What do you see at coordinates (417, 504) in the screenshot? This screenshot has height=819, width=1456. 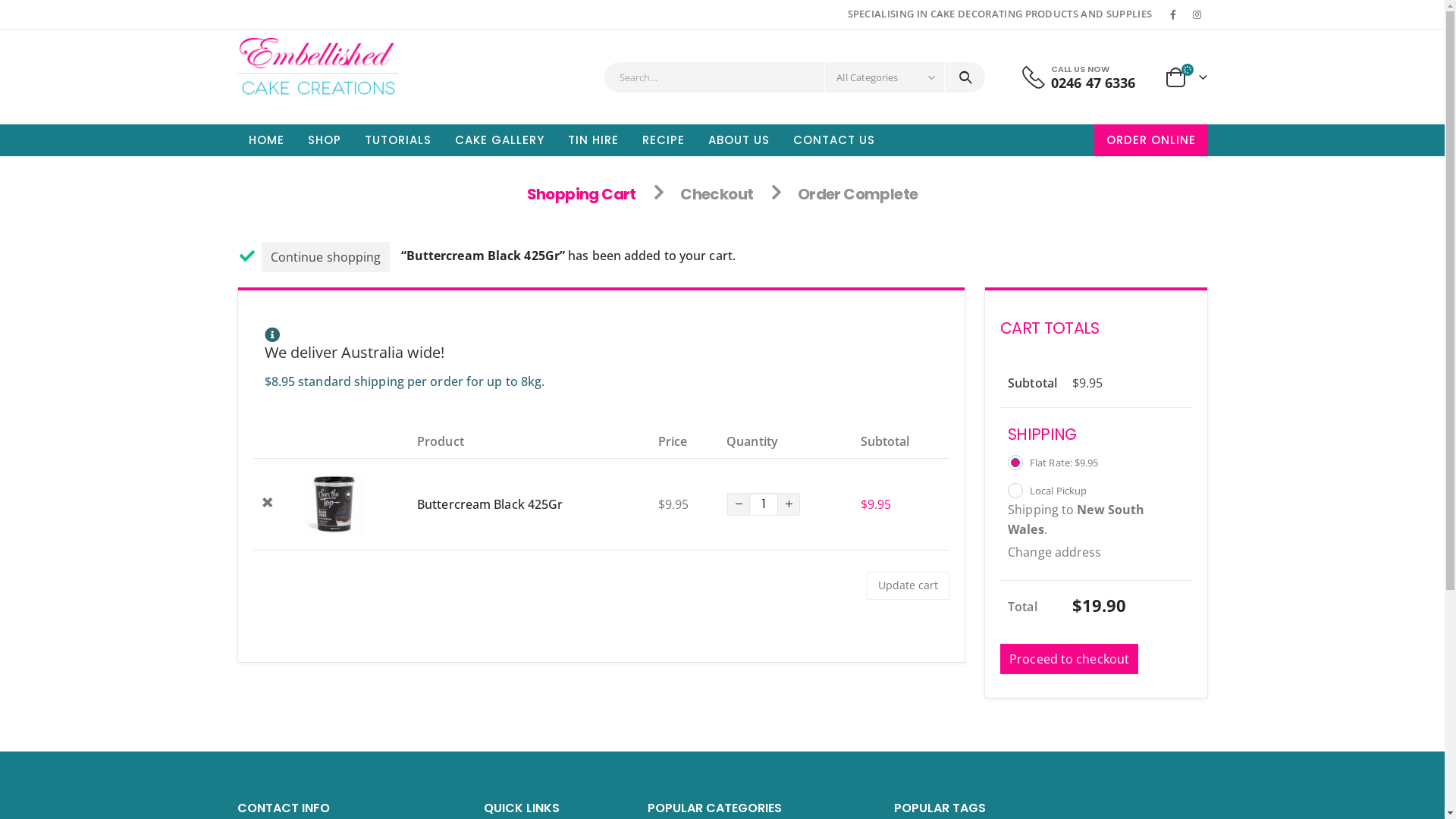 I see `'Buttercream Black 425Gr'` at bounding box center [417, 504].